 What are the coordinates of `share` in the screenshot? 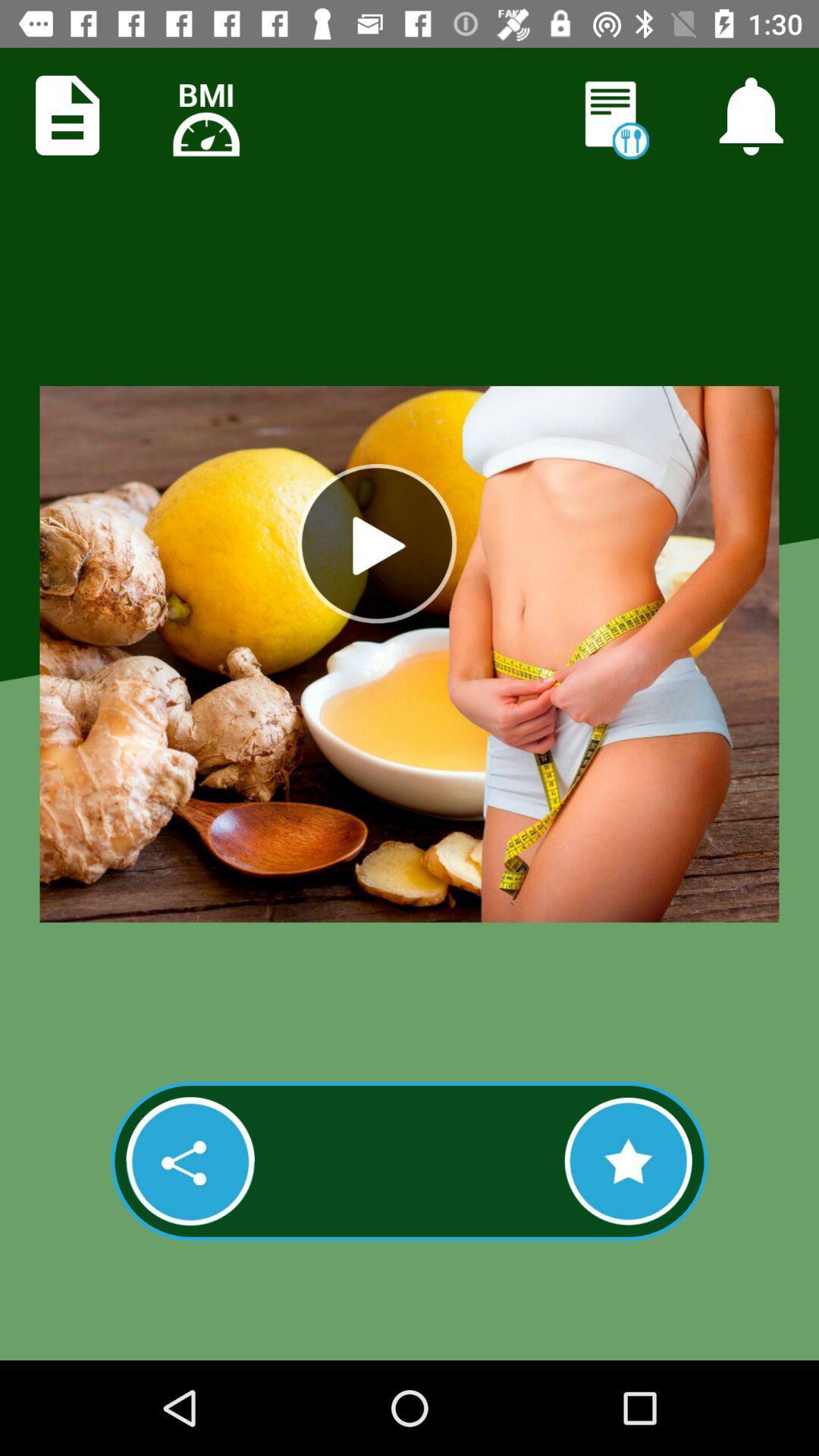 It's located at (190, 1160).